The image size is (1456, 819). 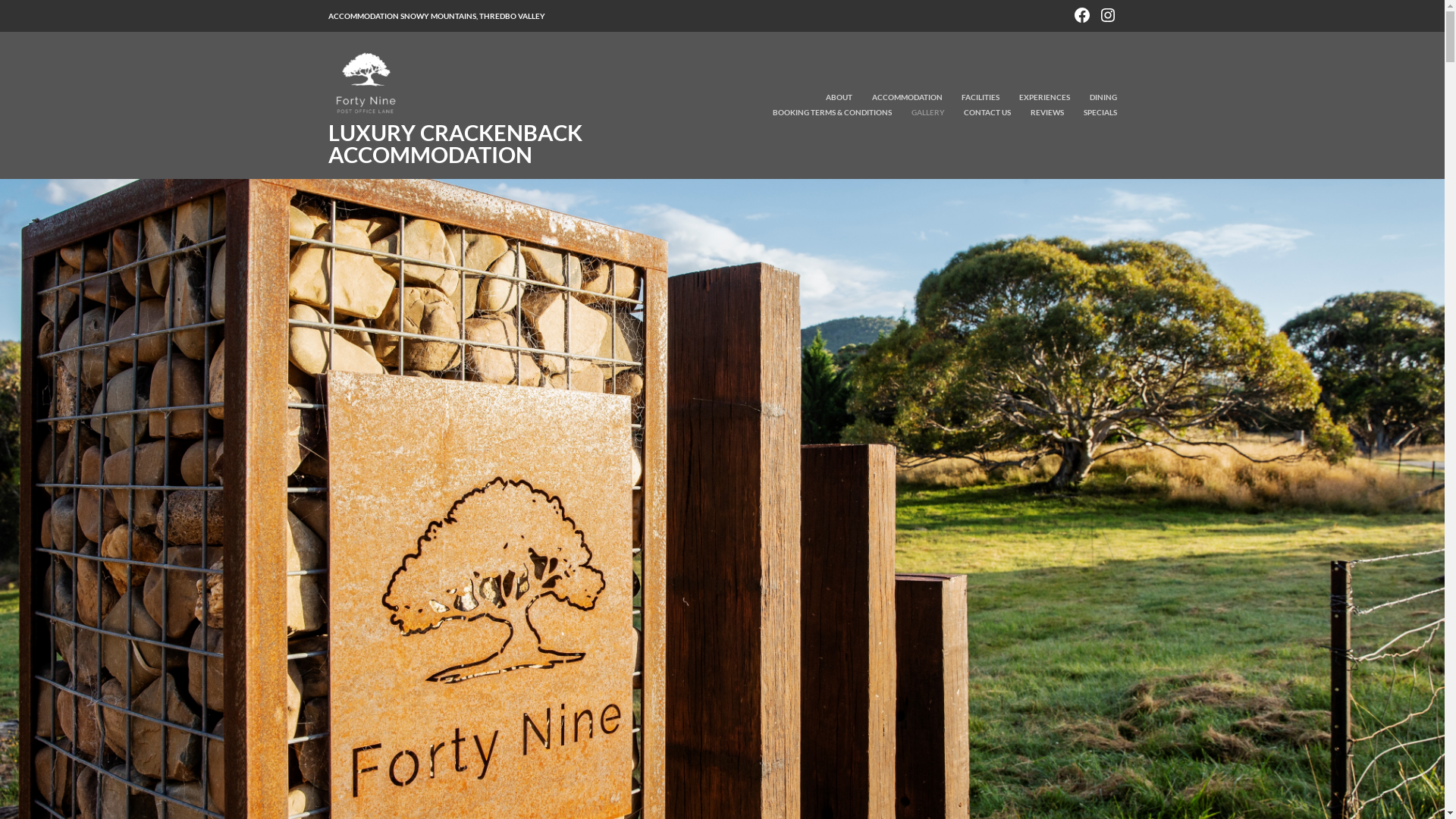 What do you see at coordinates (918, 112) in the screenshot?
I see `'GALLERY'` at bounding box center [918, 112].